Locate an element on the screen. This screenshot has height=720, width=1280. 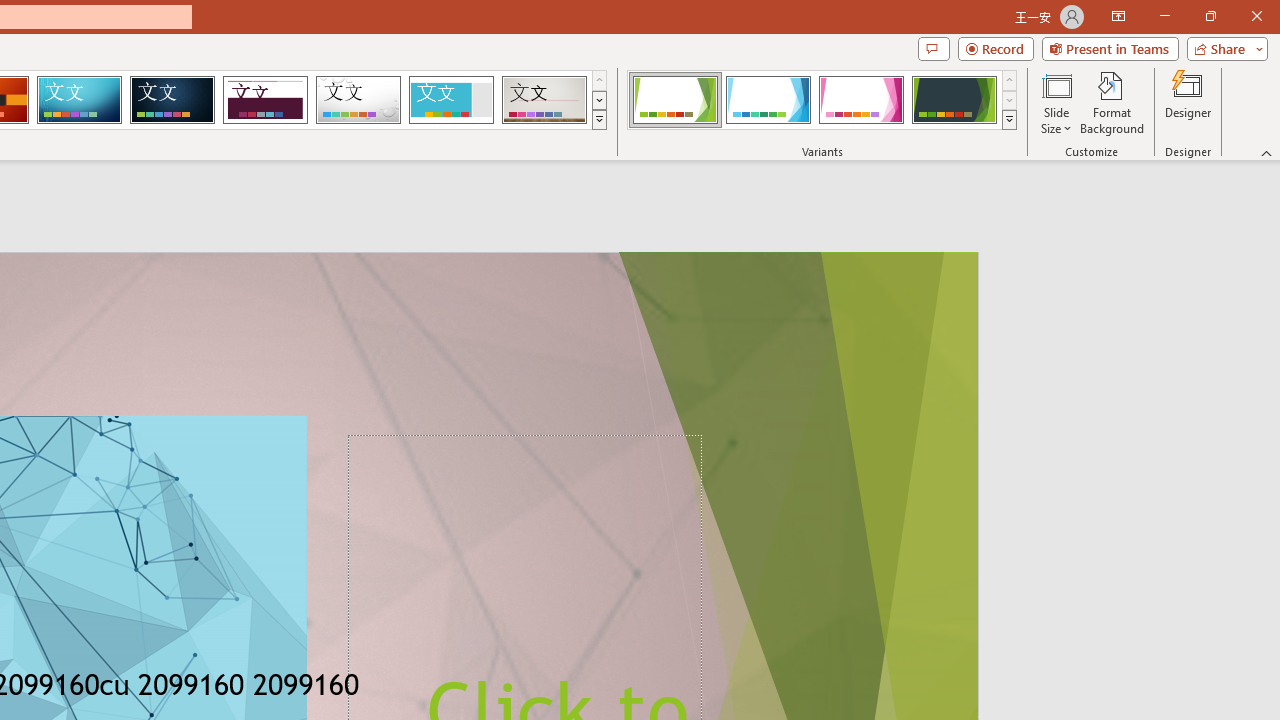
'Facet Variant 3' is located at coordinates (861, 100).